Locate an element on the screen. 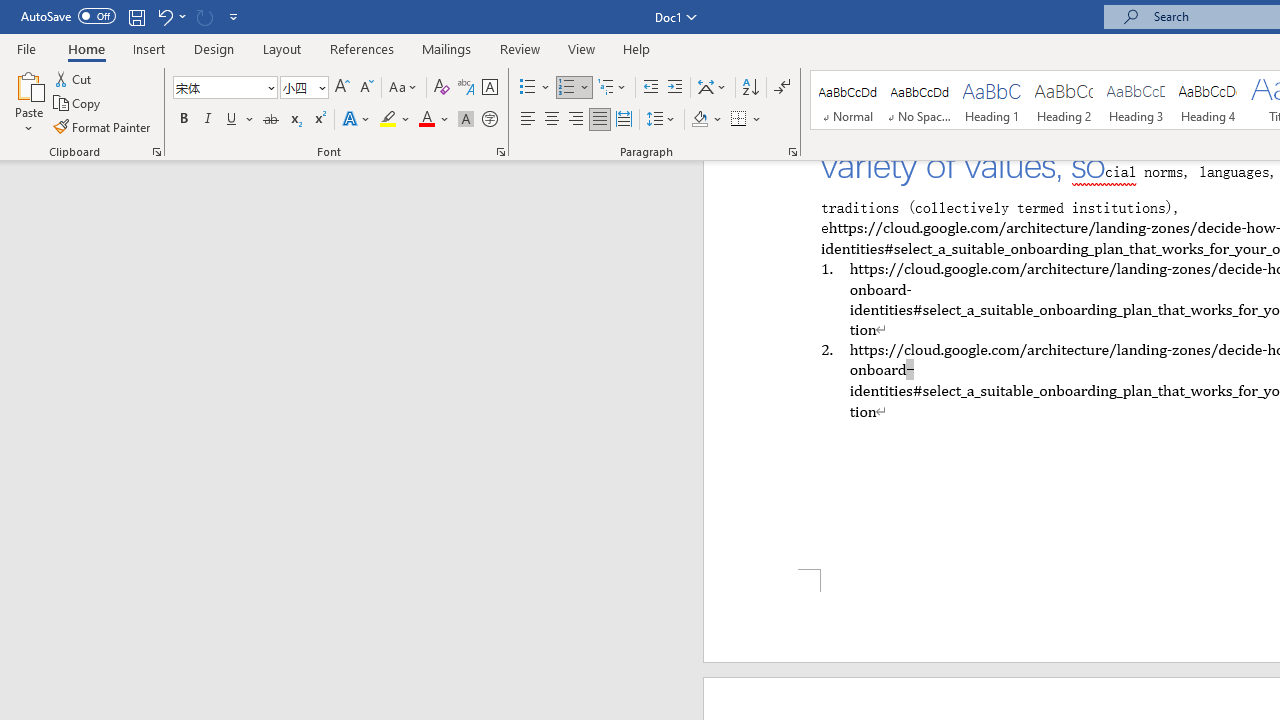 This screenshot has width=1280, height=720. 'Heading 1' is located at coordinates (992, 100).